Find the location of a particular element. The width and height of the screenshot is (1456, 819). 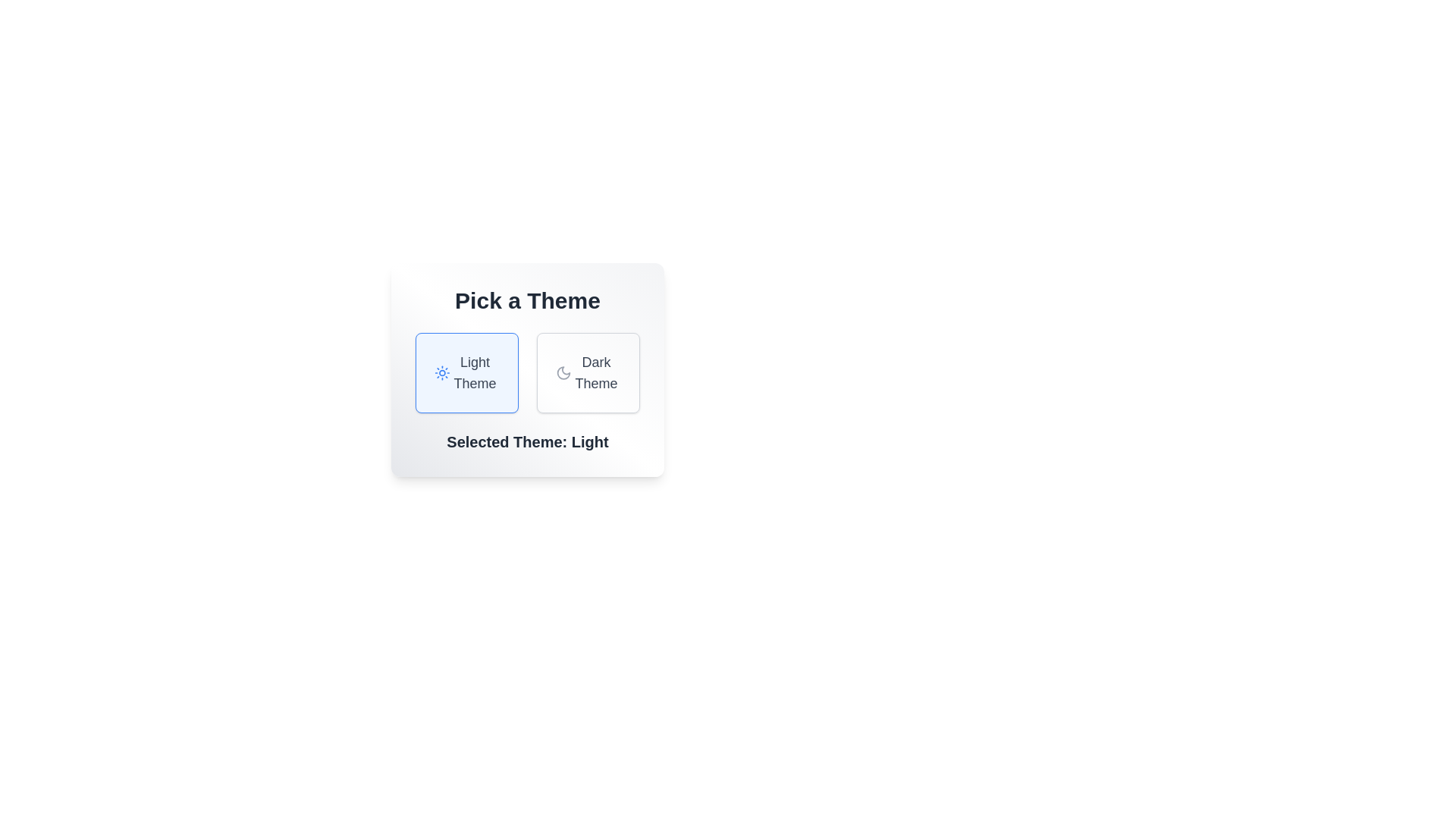

to select the 'Dark Theme' option represented by the icon within the theme selection UI is located at coordinates (563, 373).